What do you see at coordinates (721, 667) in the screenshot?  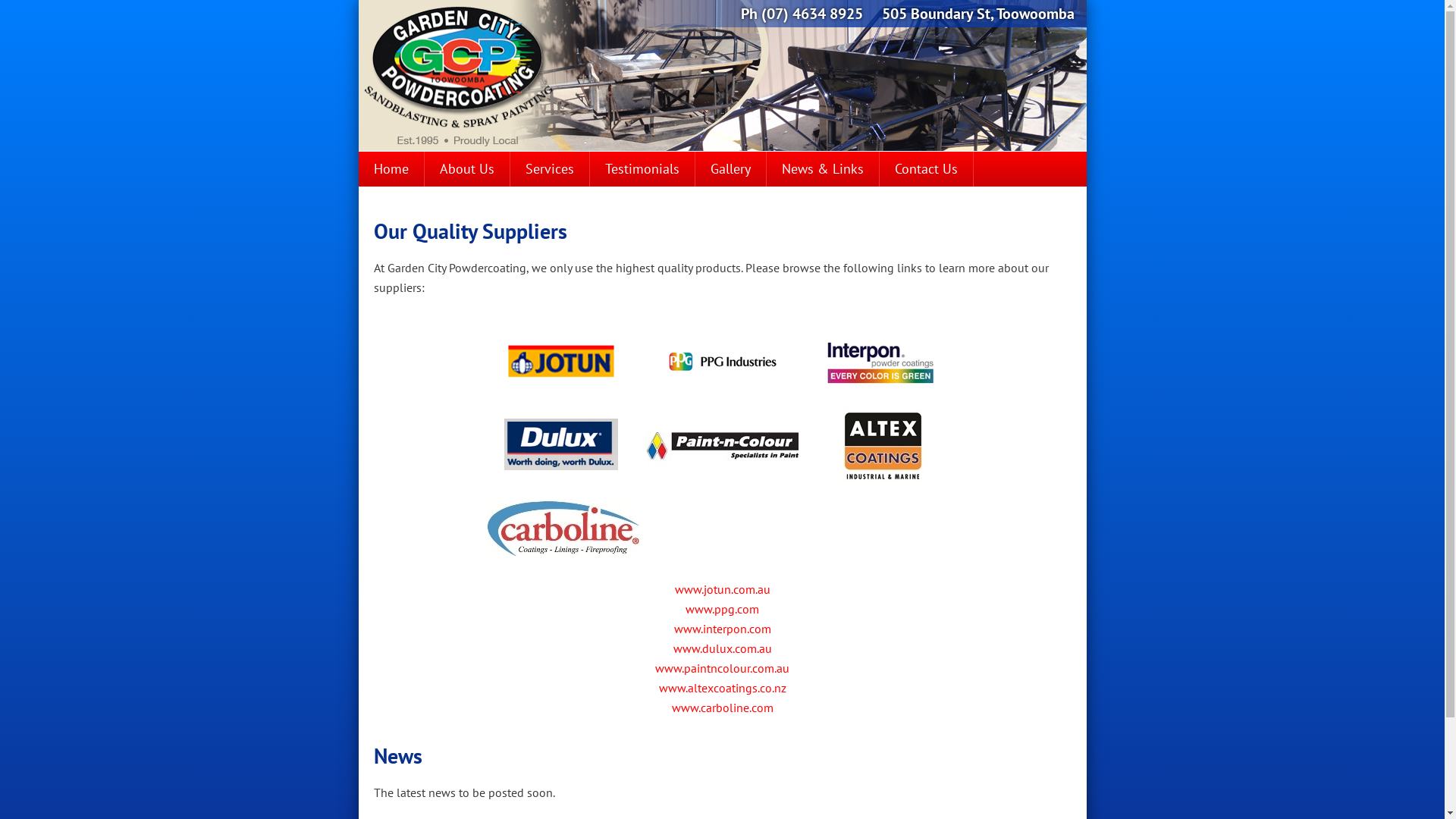 I see `'www.paintncolour.com.au'` at bounding box center [721, 667].